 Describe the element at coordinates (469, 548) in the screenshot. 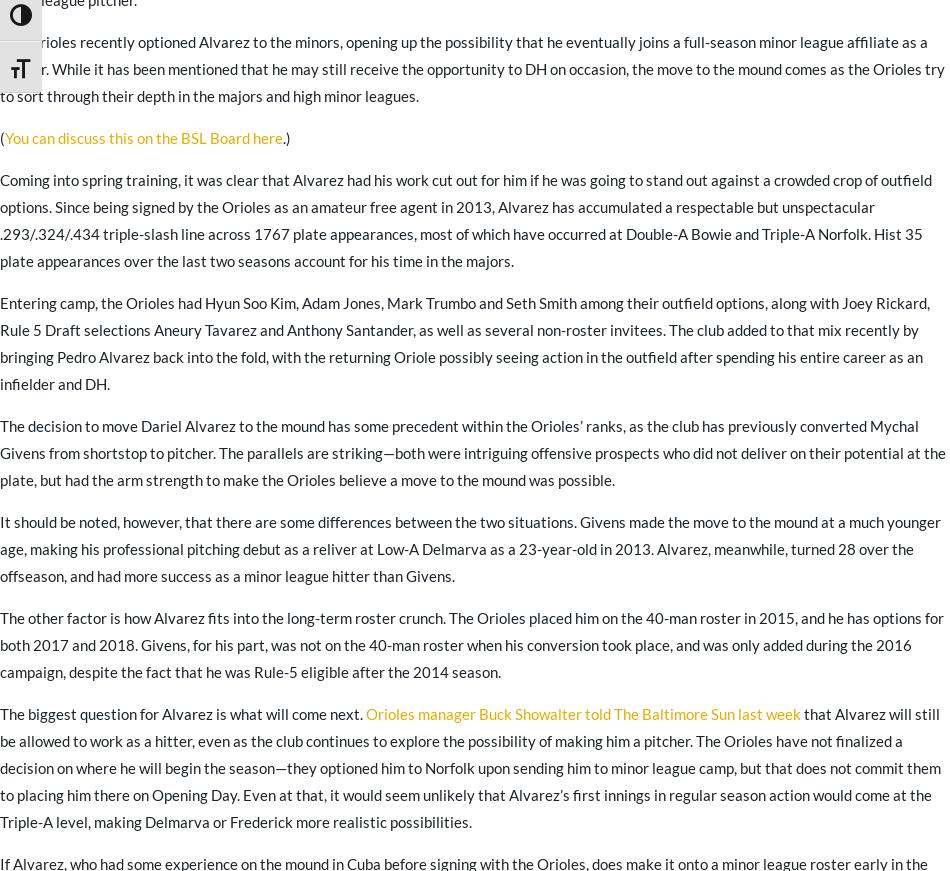

I see `'It should be noted, however, that there are some differences between the two situations. Givens made the move to the mound at a much younger age, making his professional pitching debut as a reliver at Low-A Delmarva as a 23-year-old in 2013. Alvarez, meanwhile, turned 28 over the offseason, and had more success as a minor league hitter than Givens.'` at that location.